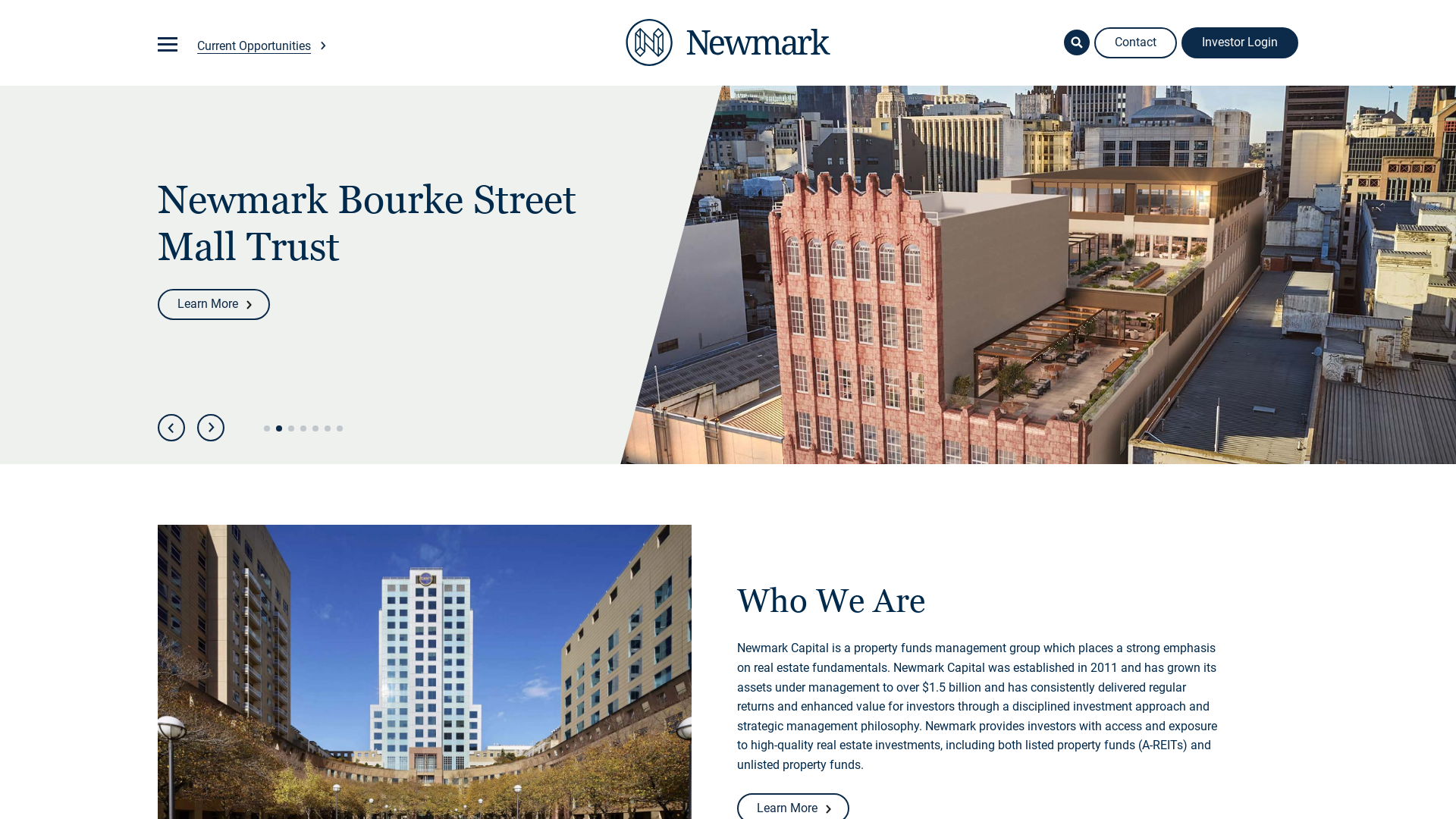  I want to click on 'Skip to main content', so click(158, 20).